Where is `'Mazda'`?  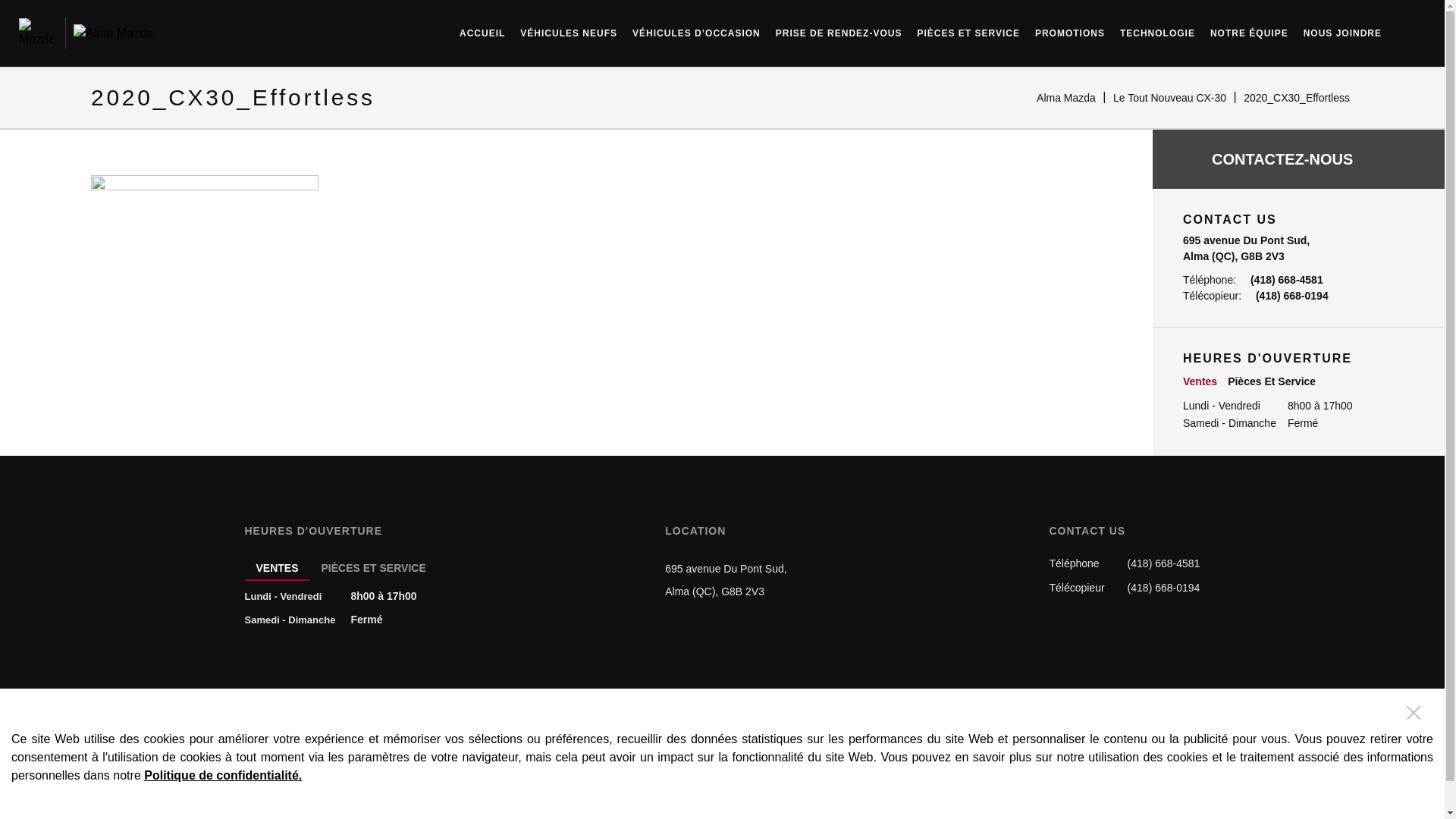
'Mazda' is located at coordinates (36, 33).